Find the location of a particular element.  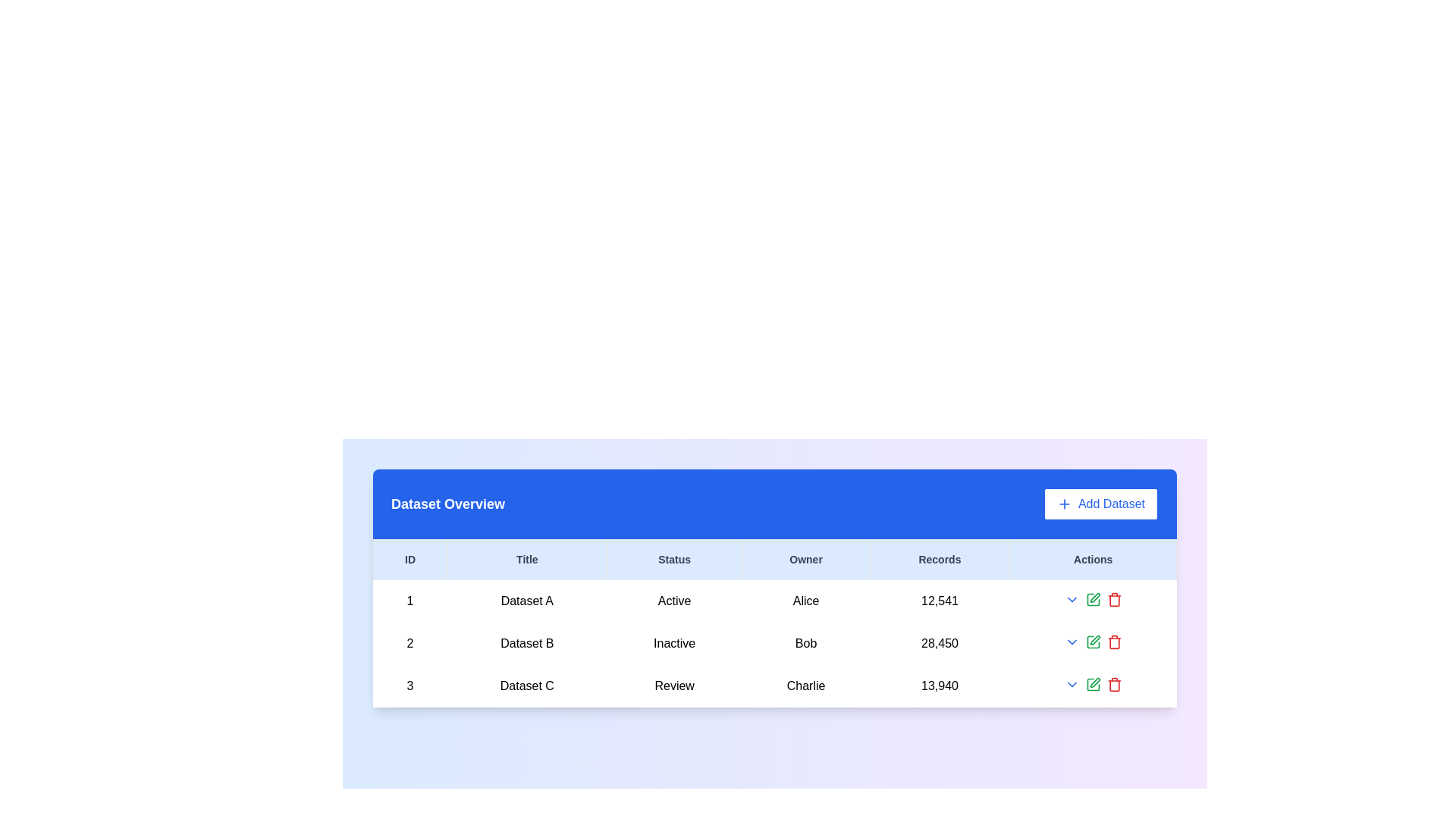

the trash can icon located under the 'Actions' column in the data table for 'Dataset C' is located at coordinates (1114, 598).